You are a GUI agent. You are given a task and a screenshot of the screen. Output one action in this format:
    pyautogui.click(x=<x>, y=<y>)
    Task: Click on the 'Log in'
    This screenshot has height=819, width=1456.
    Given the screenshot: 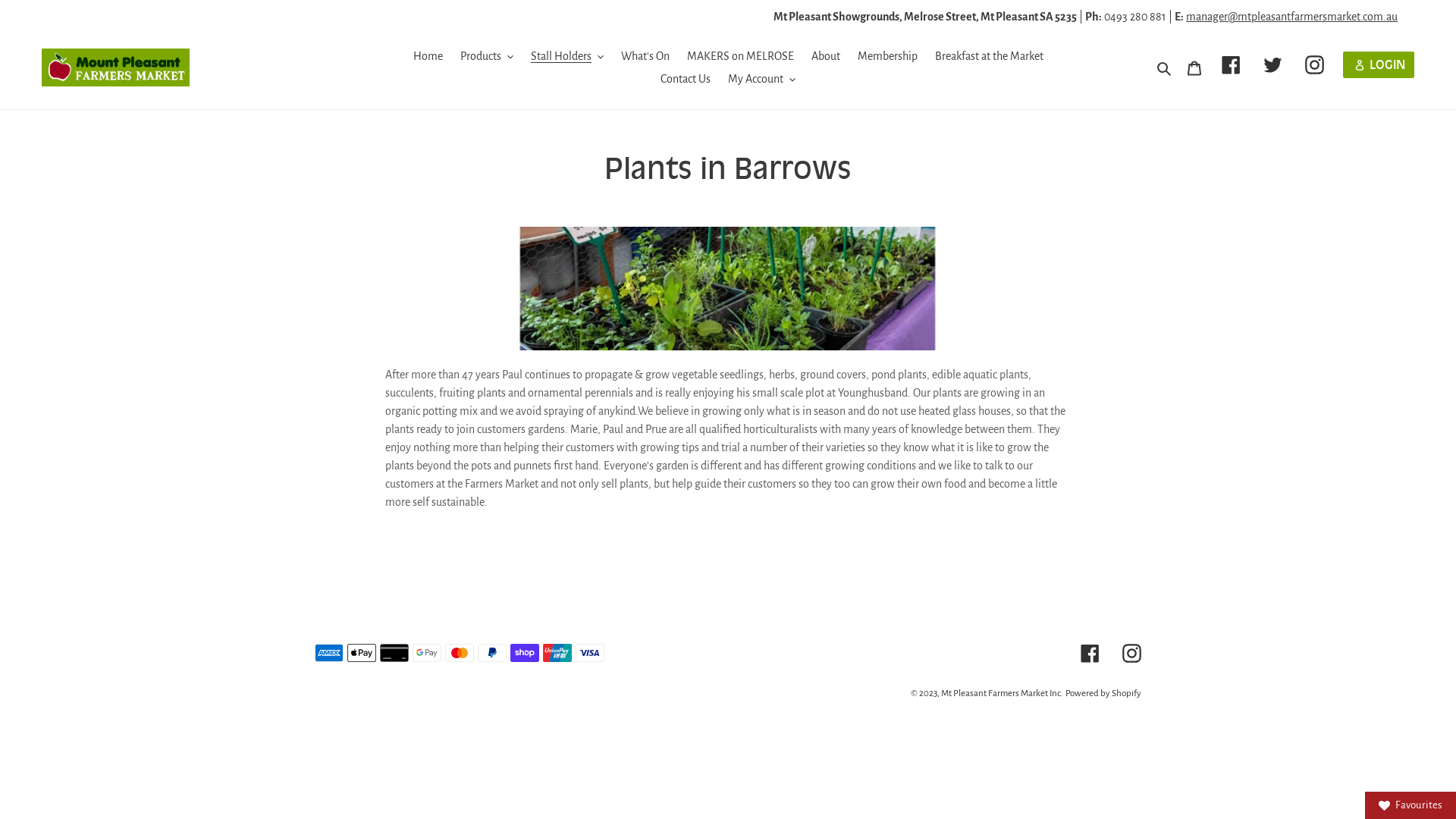 What is the action you would take?
    pyautogui.click(x=1379, y=64)
    